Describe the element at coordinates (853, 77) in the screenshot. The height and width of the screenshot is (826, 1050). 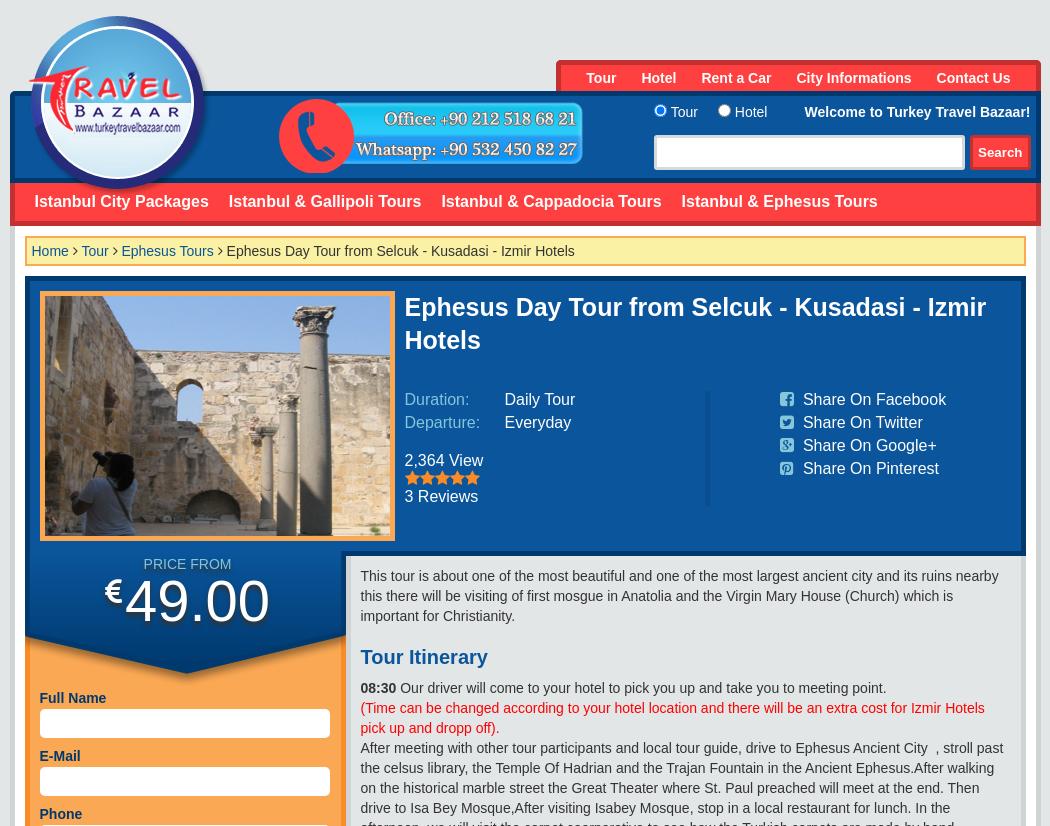
I see `'City Informations'` at that location.